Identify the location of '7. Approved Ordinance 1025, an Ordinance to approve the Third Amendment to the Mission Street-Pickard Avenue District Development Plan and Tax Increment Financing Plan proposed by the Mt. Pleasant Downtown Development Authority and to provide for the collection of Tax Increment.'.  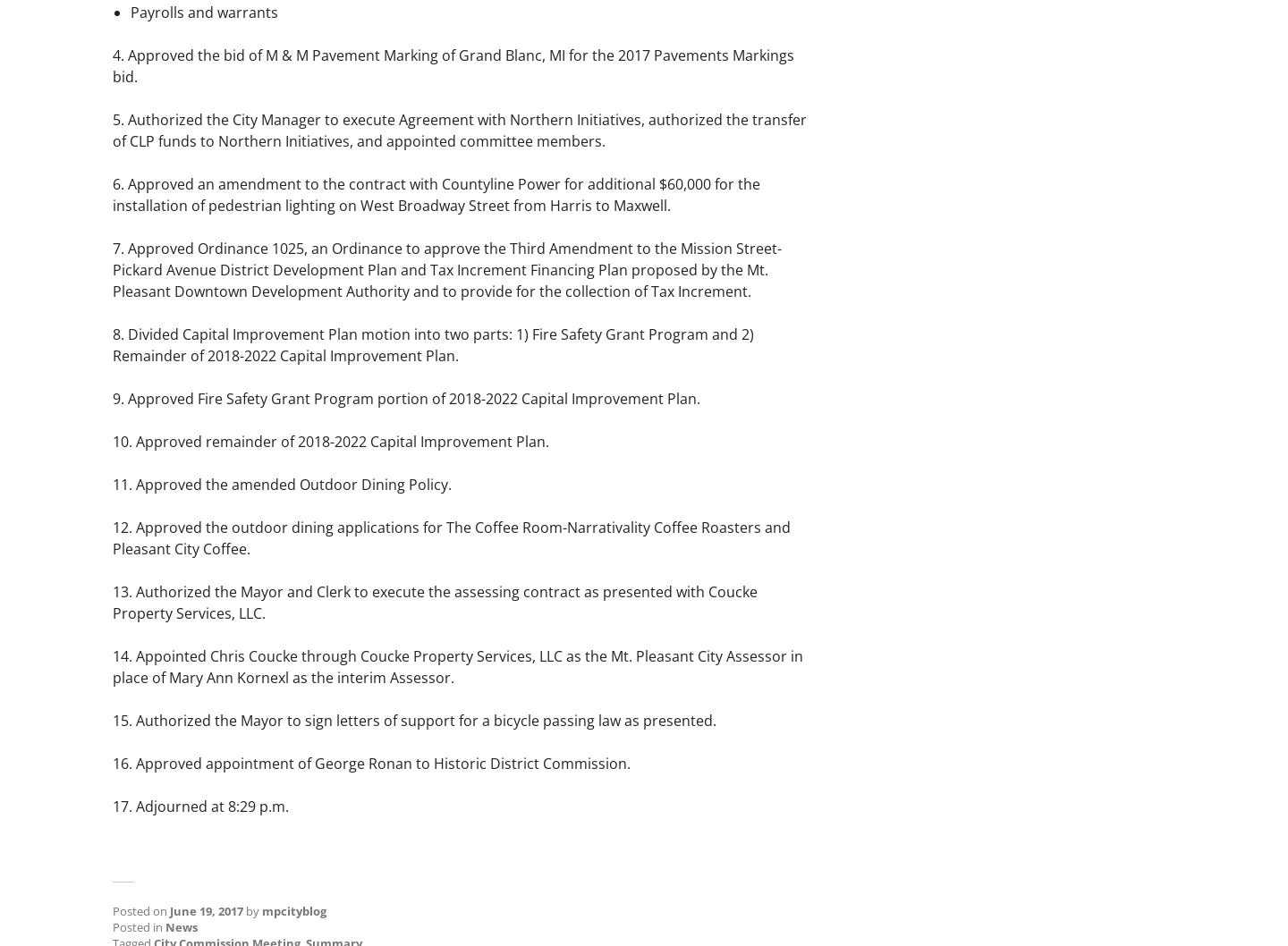
(445, 268).